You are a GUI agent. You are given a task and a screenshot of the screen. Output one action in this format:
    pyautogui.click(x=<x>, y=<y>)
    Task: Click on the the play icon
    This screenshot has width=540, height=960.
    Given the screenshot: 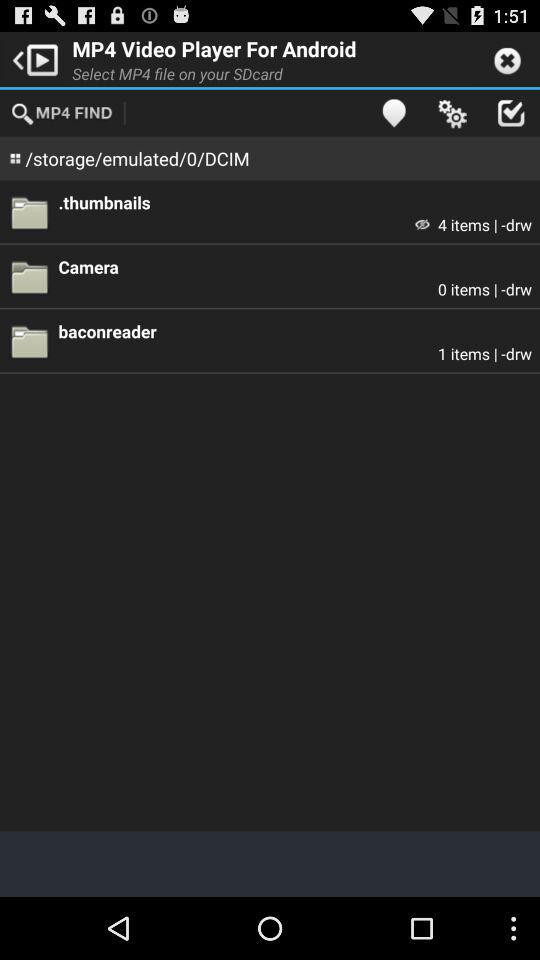 What is the action you would take?
    pyautogui.click(x=31, y=62)
    